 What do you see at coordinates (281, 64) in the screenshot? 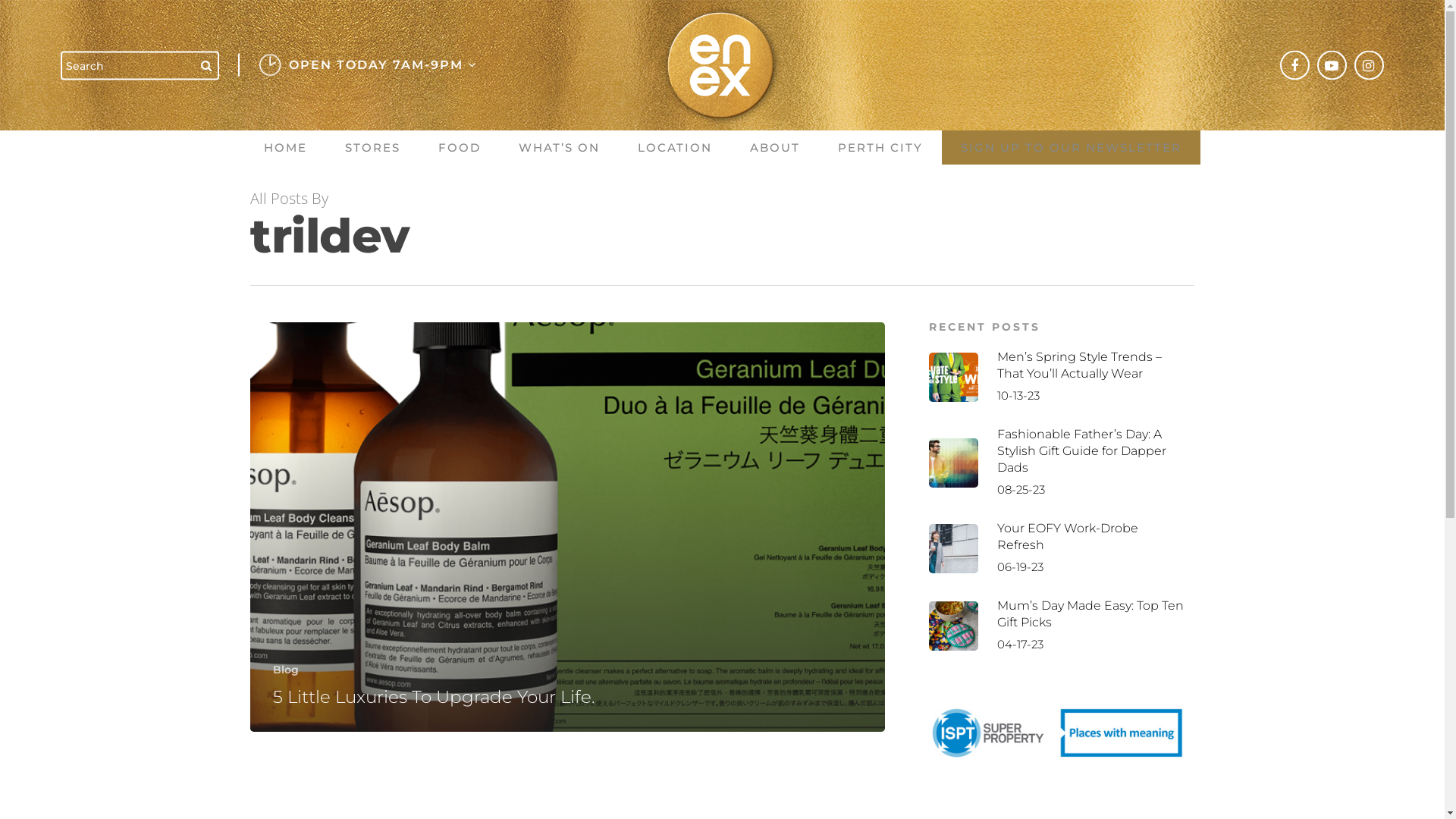
I see `'OPEN TODAY 7AM-9PM'` at bounding box center [281, 64].